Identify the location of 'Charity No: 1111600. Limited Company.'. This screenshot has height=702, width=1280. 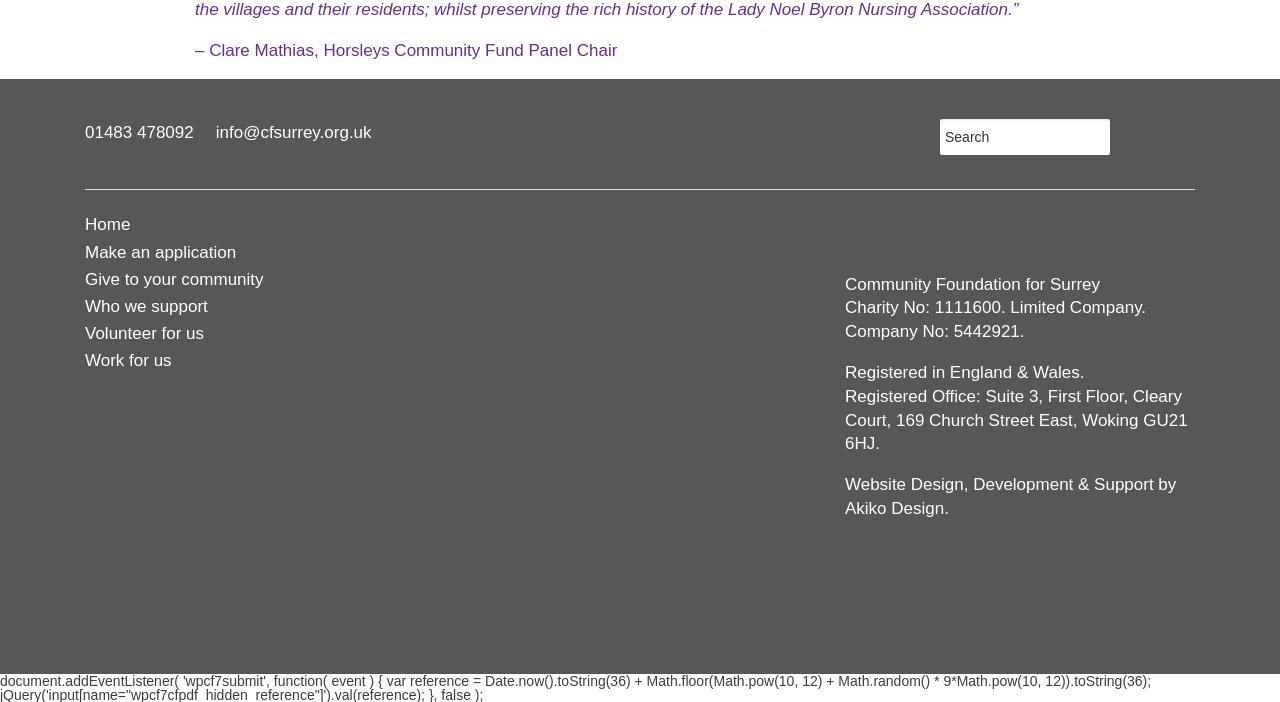
(844, 307).